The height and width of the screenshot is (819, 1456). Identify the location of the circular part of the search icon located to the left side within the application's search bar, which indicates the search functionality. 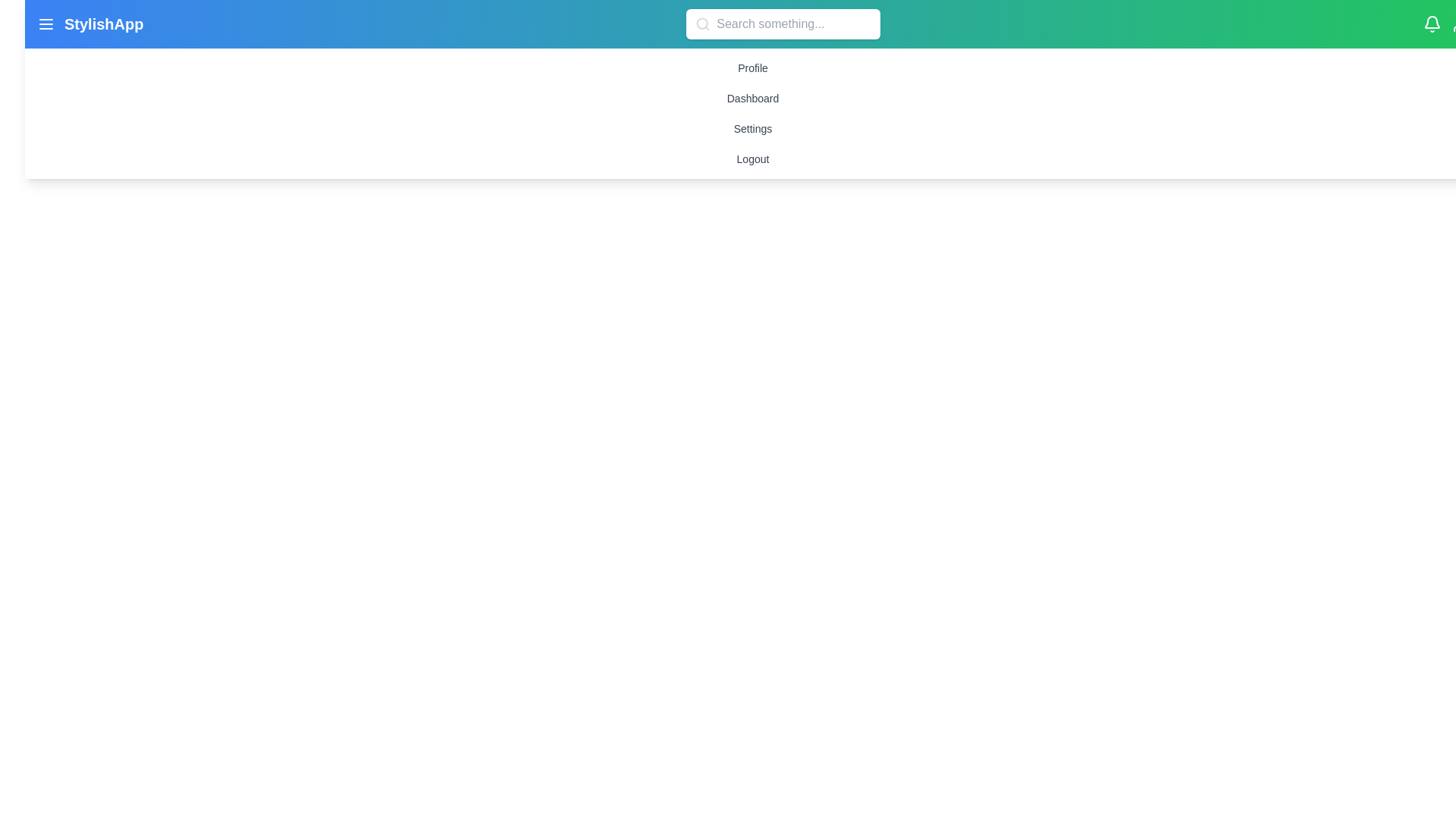
(701, 24).